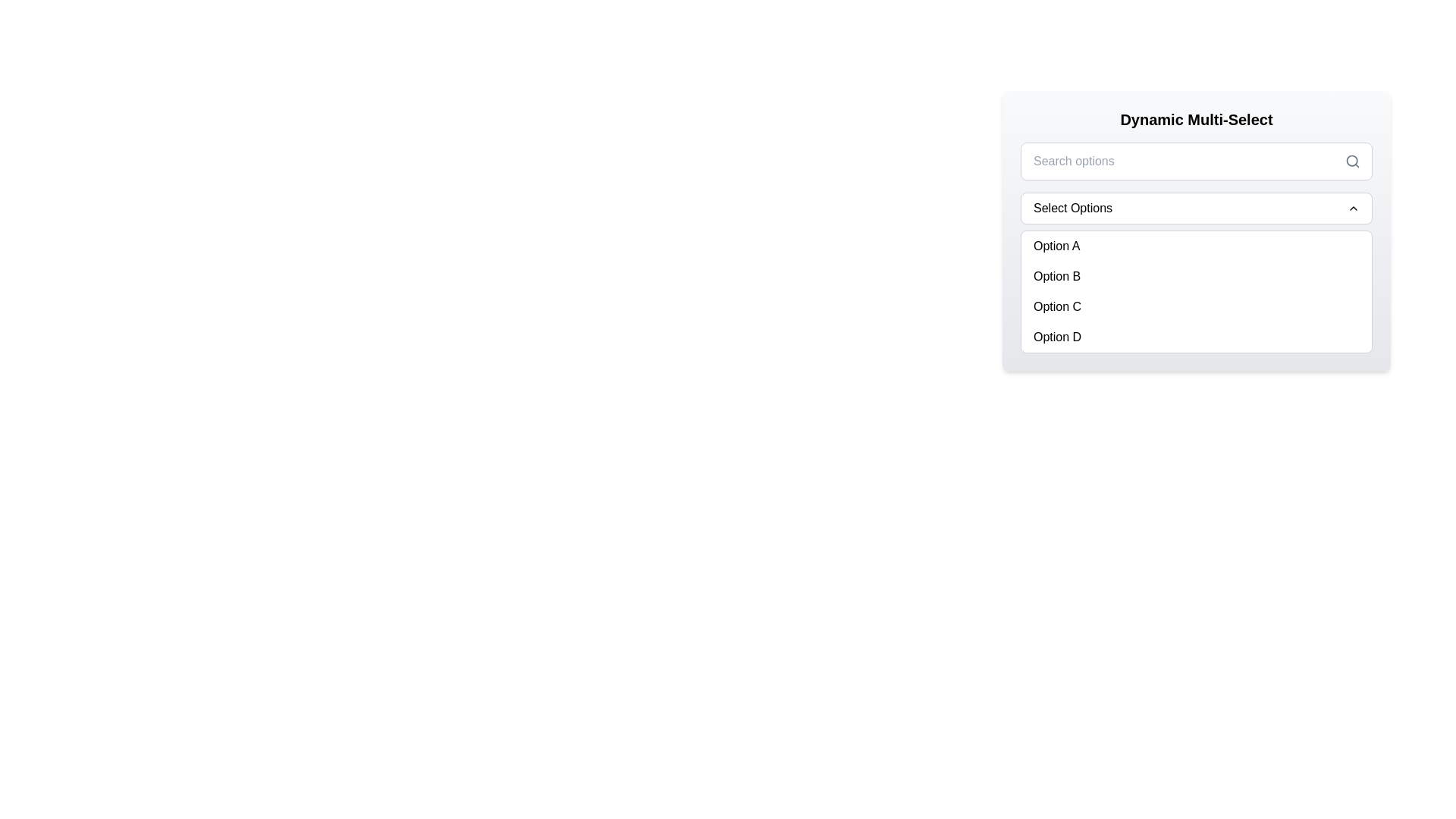  Describe the element at coordinates (1196, 119) in the screenshot. I see `the static text label that serves as a title for the section, located at the top of the group of options` at that location.